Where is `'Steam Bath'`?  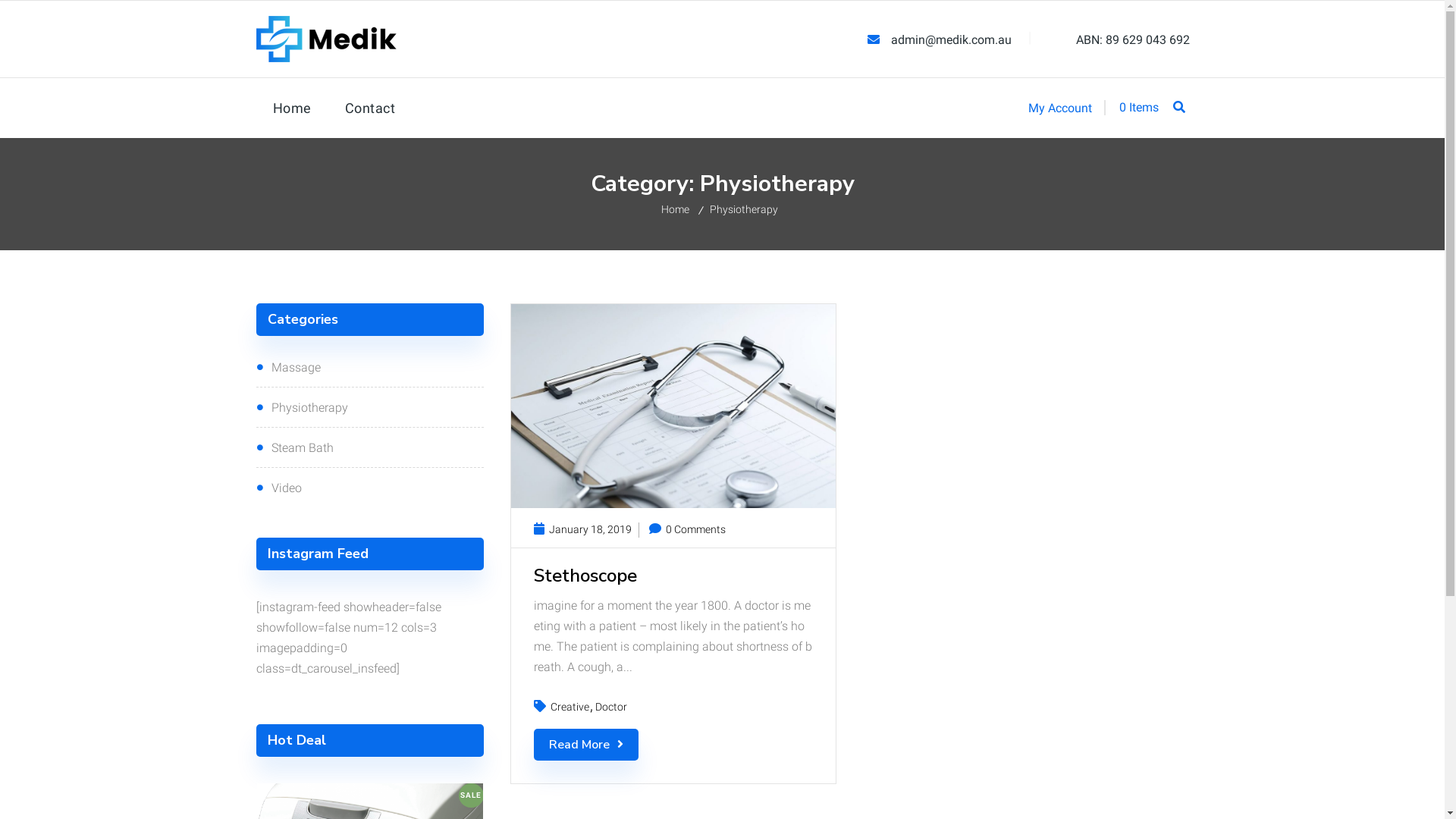
'Steam Bath' is located at coordinates (256, 447).